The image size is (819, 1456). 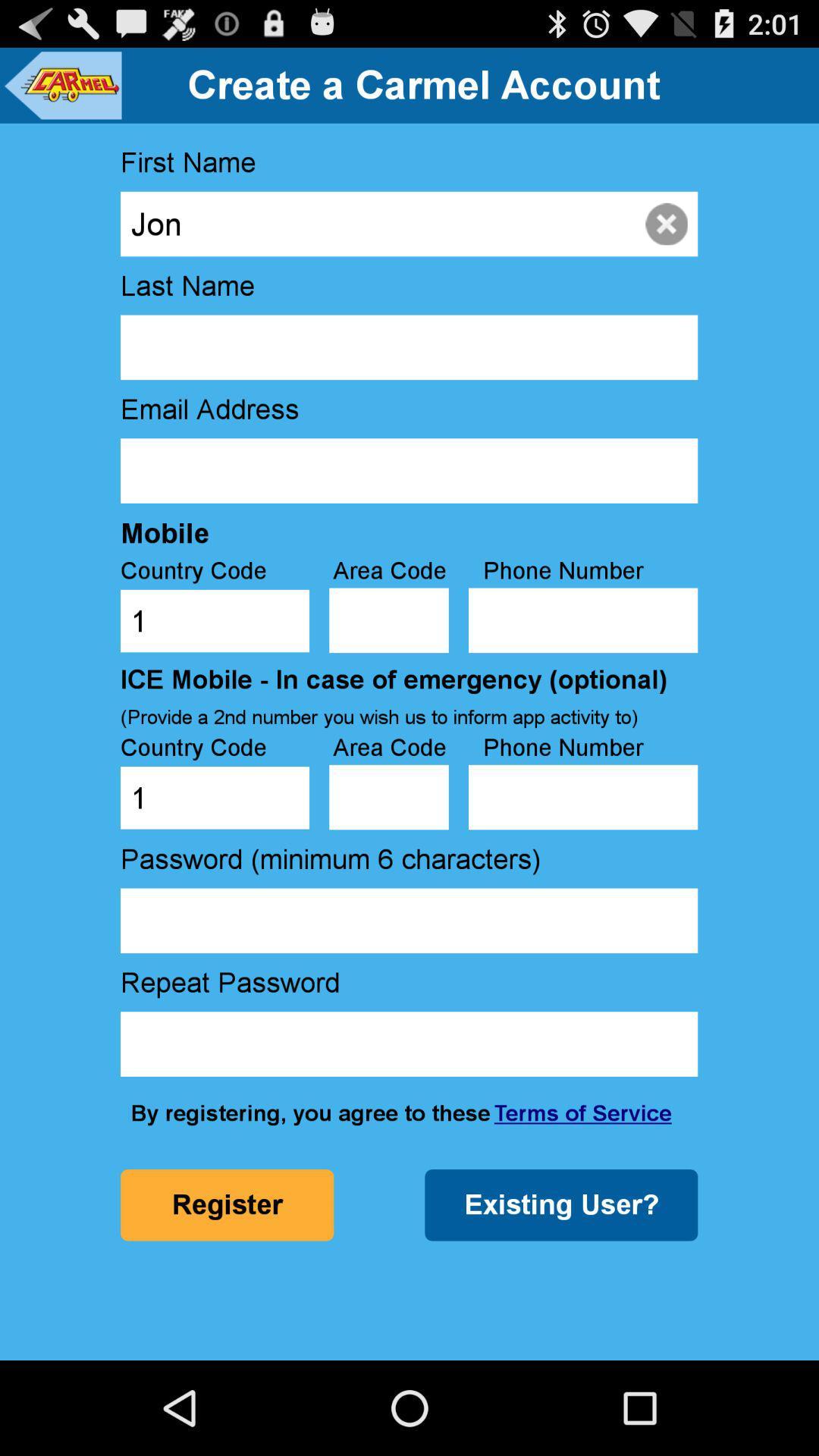 I want to click on jon item, so click(x=408, y=223).